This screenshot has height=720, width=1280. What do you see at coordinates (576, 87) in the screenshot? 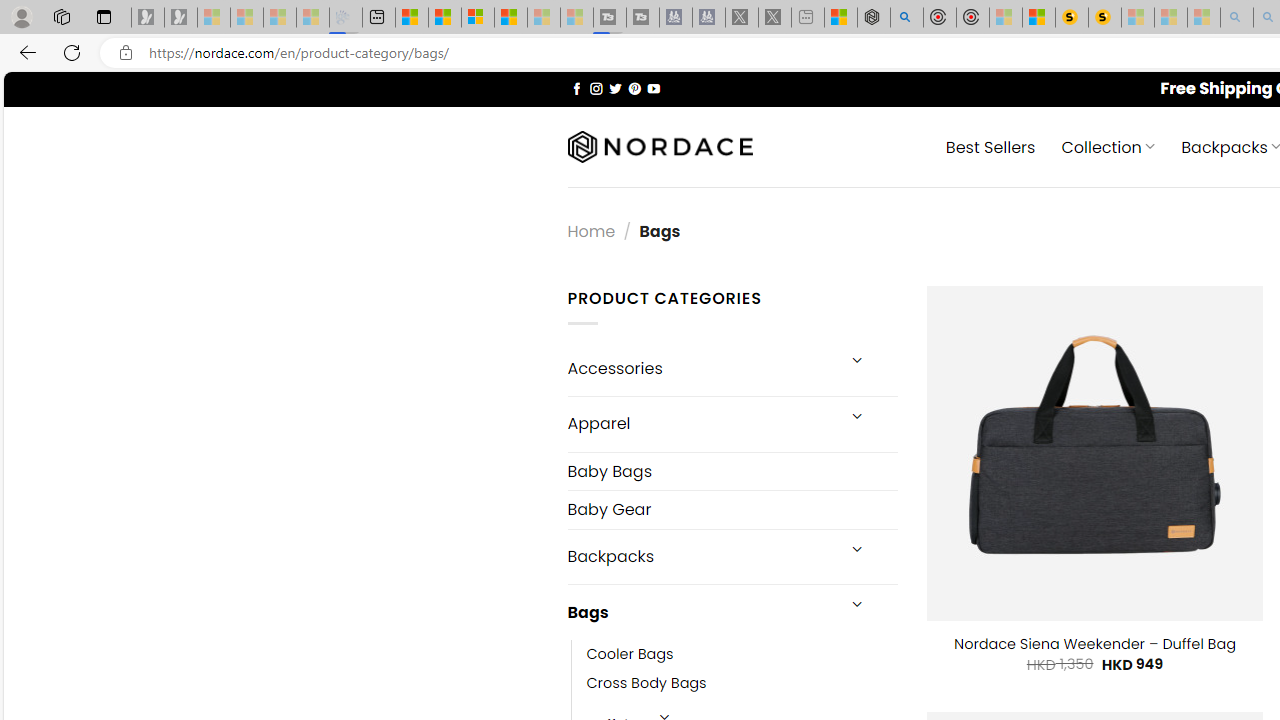
I see `'Follow on Facebook'` at bounding box center [576, 87].